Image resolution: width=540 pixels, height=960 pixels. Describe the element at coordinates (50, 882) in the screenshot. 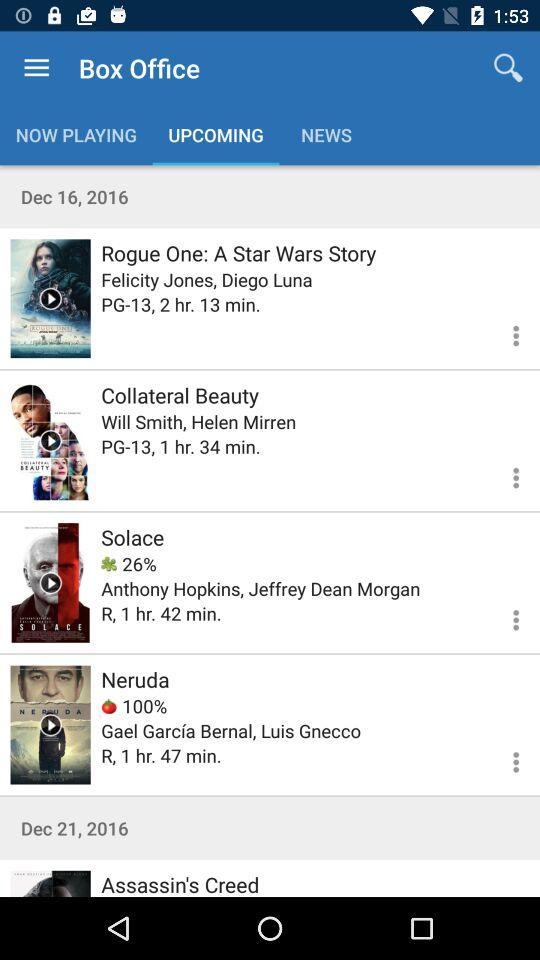

I see `video` at that location.